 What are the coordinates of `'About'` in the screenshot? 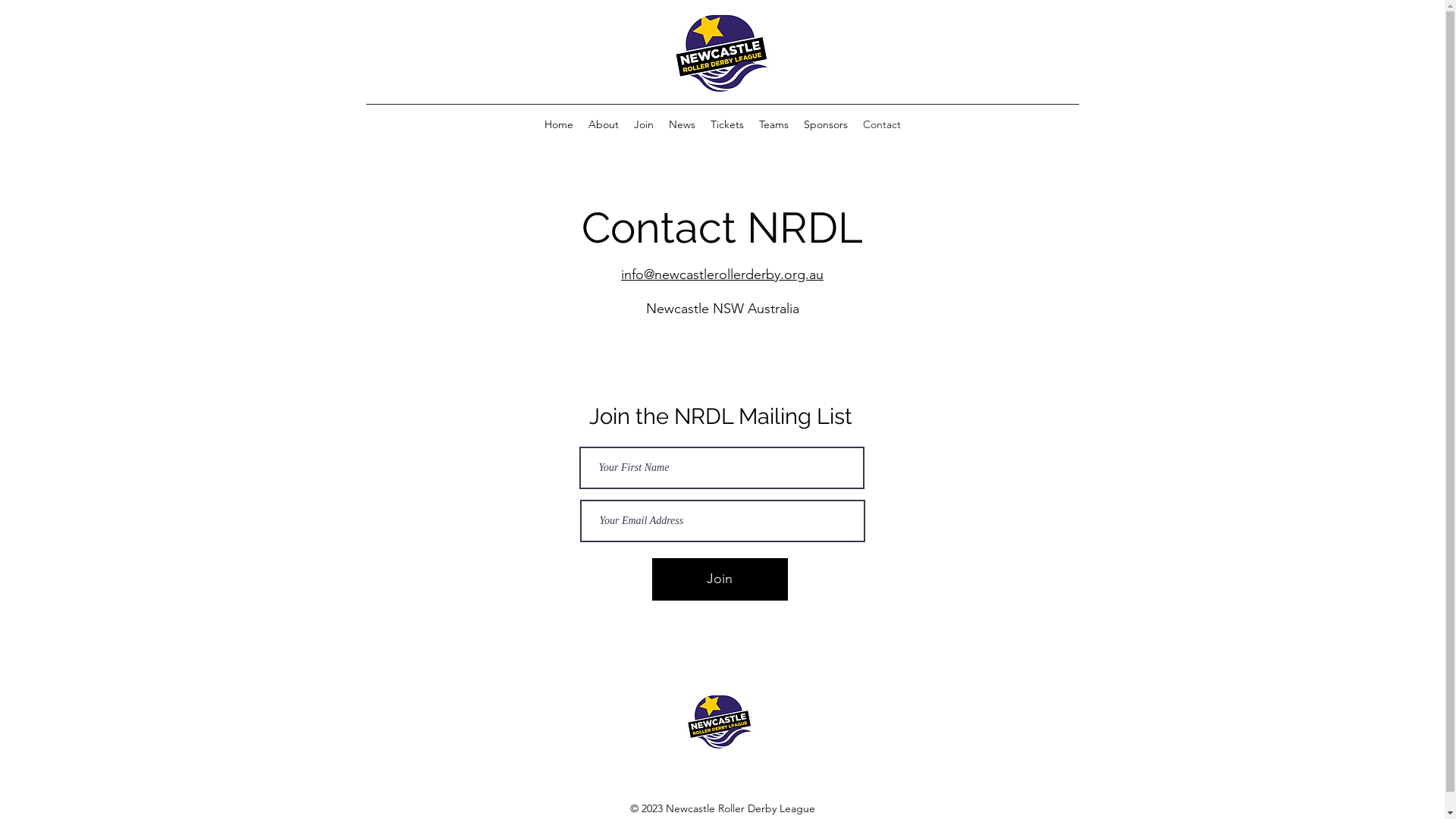 It's located at (603, 124).